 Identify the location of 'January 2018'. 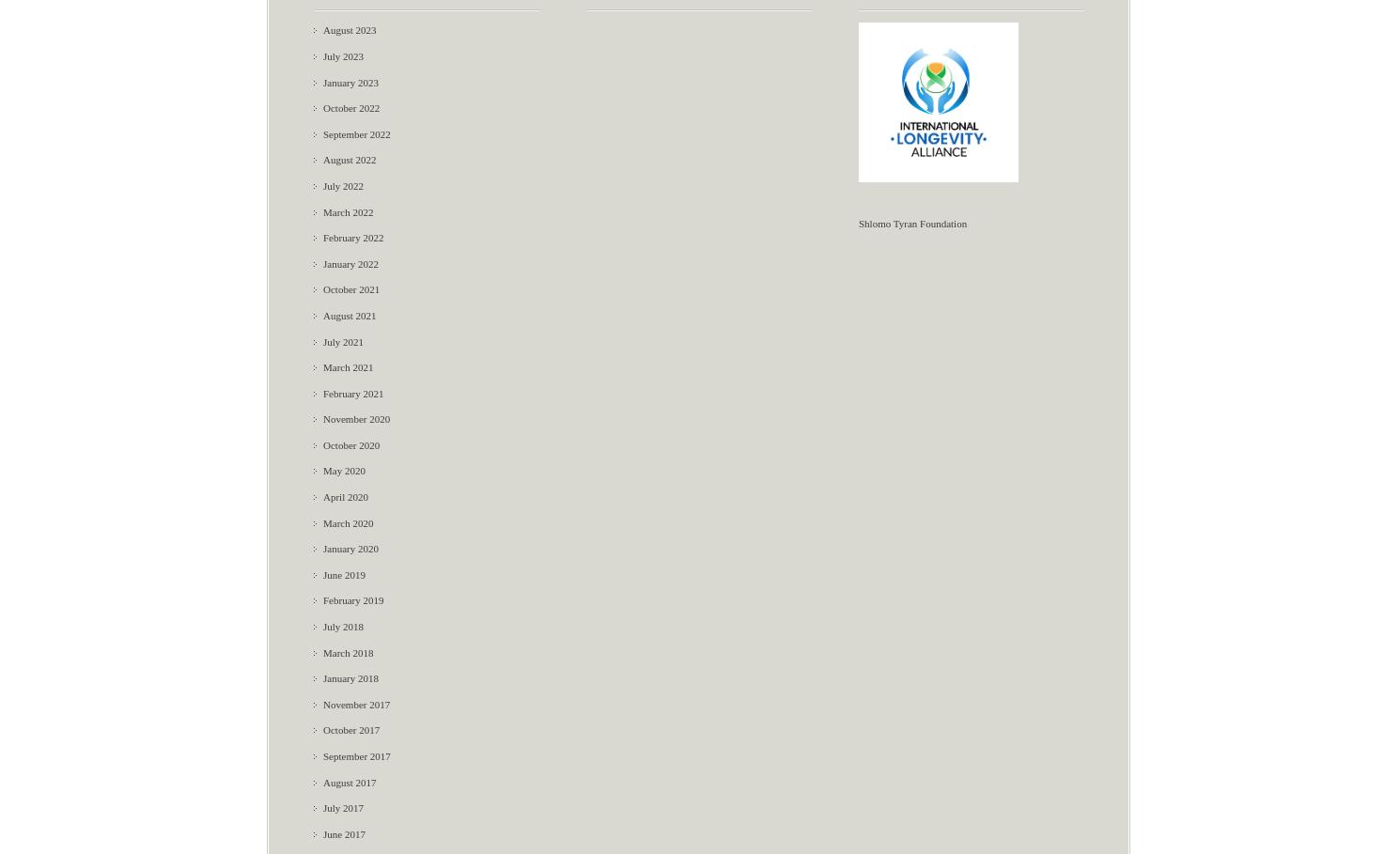
(322, 677).